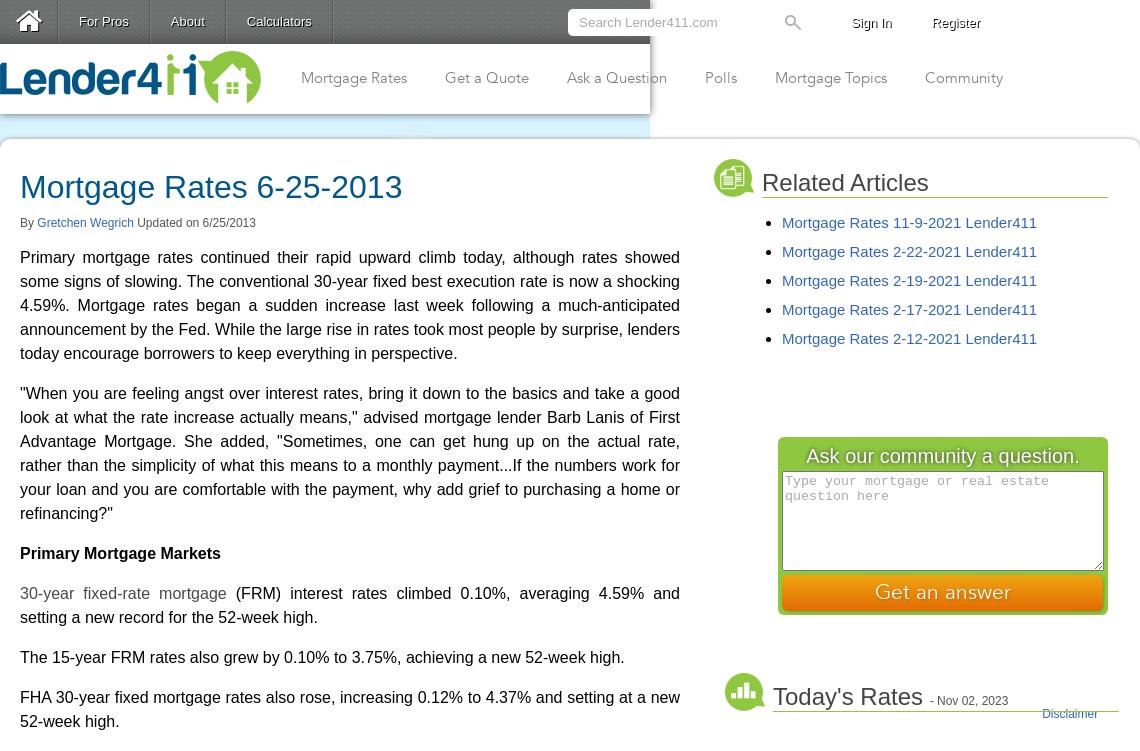 This screenshot has width=1140, height=751. Describe the element at coordinates (194, 222) in the screenshot. I see `'Updated on 6/25/2013'` at that location.